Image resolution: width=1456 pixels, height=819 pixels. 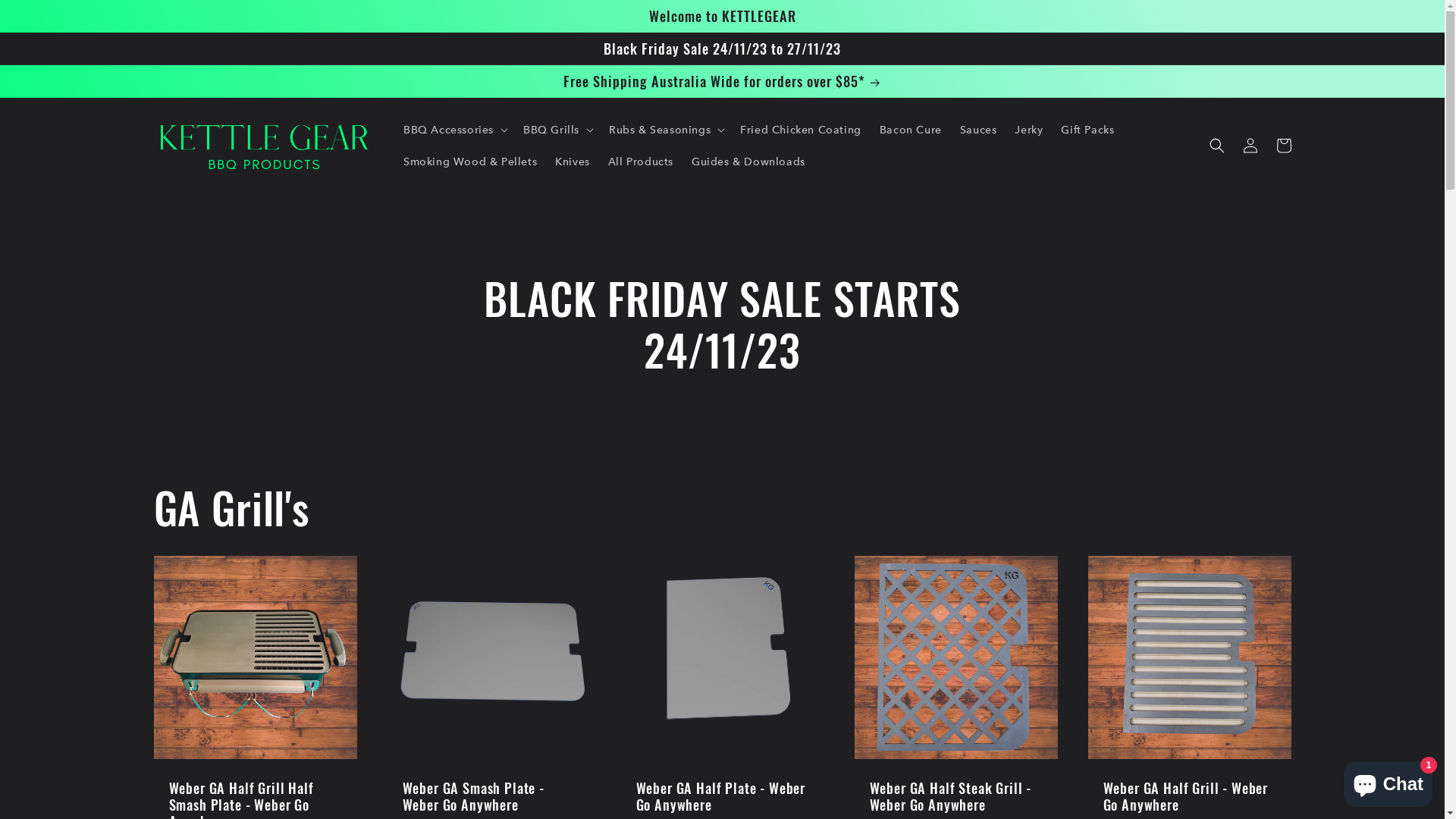 What do you see at coordinates (978, 128) in the screenshot?
I see `'Sauces'` at bounding box center [978, 128].